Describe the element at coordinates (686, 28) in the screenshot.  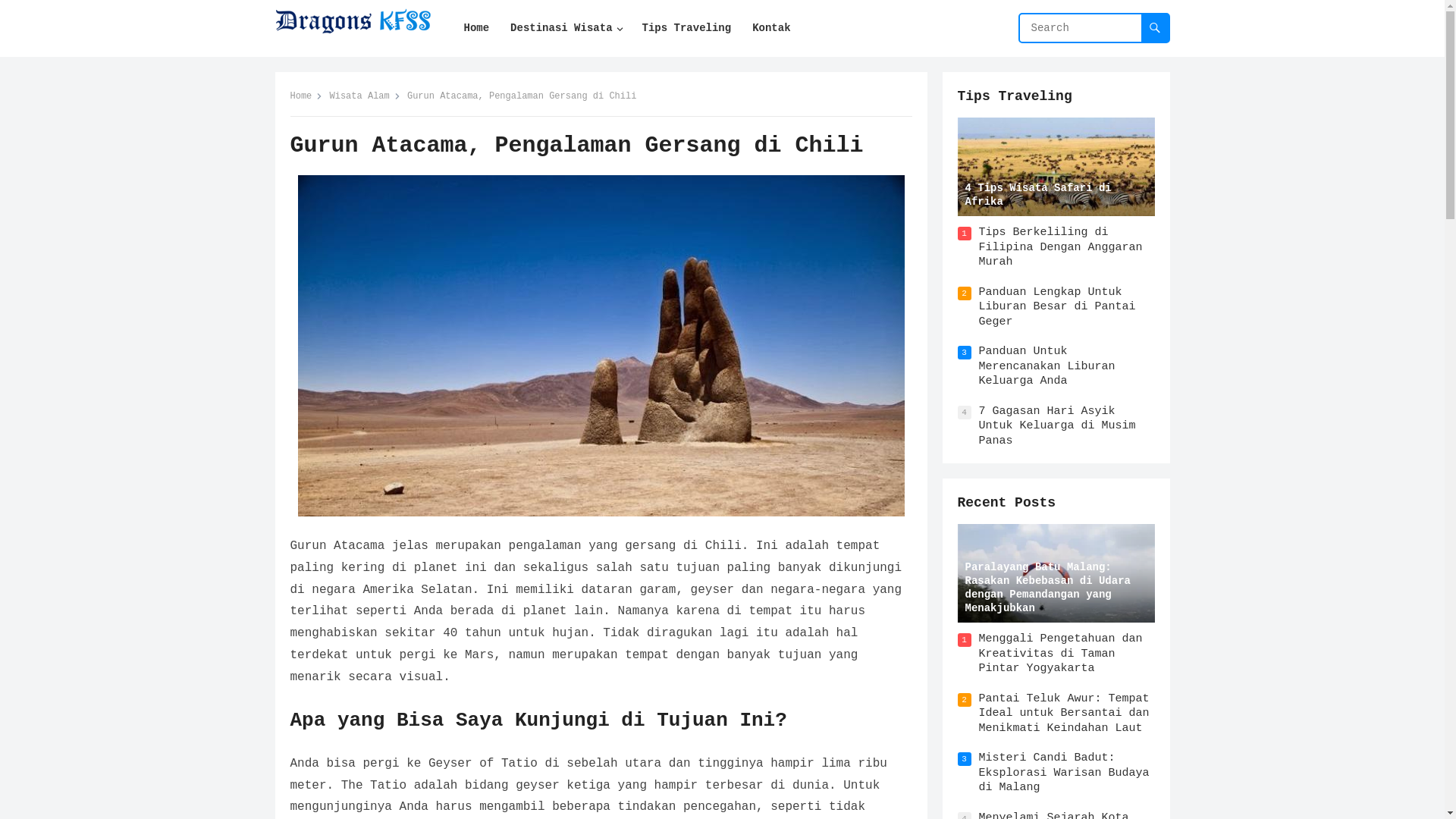
I see `'Tips Traveling'` at that location.